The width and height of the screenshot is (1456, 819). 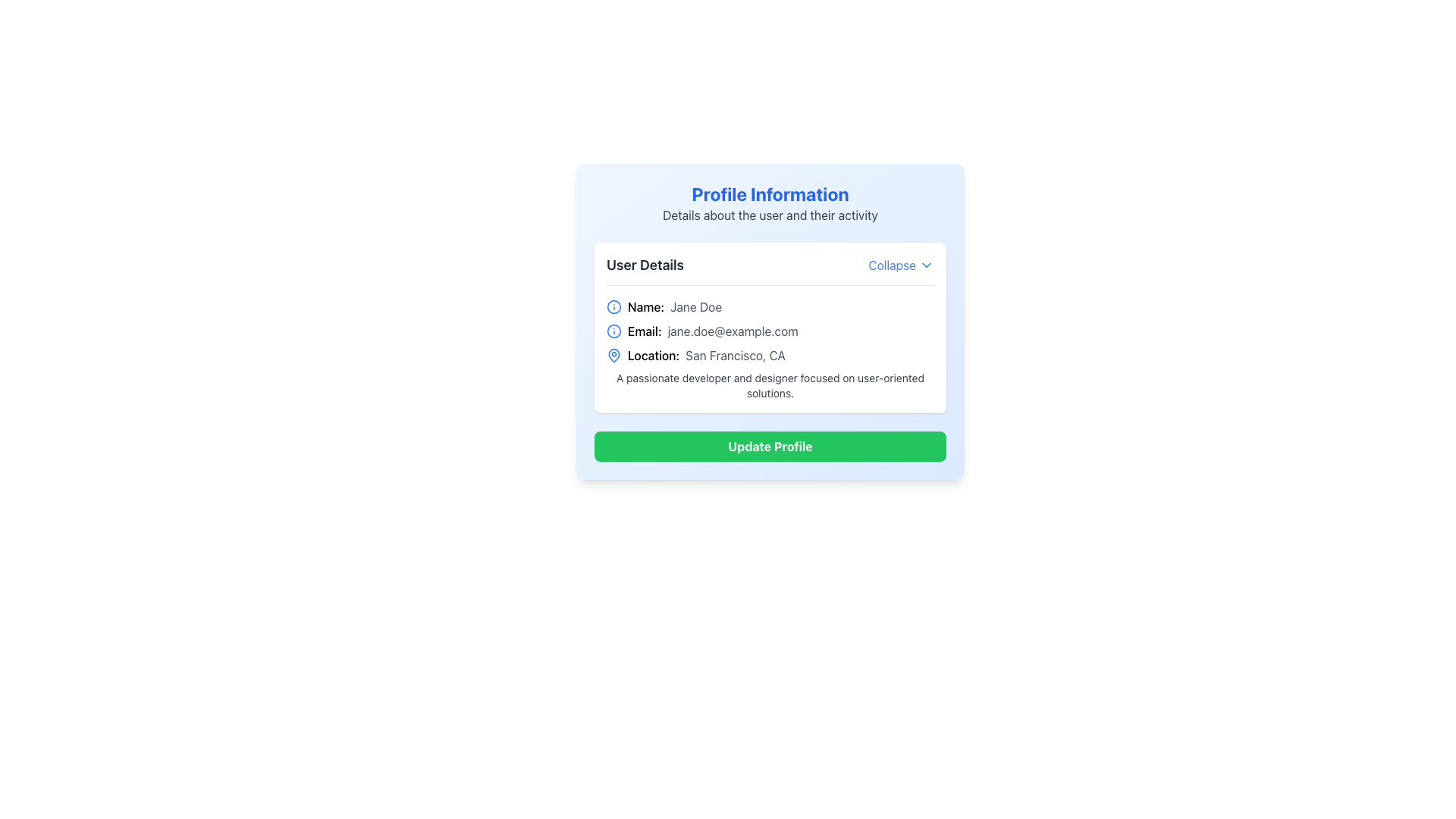 I want to click on the interactive text with an icon located on the right side of the 'User Details' heading, so click(x=901, y=265).